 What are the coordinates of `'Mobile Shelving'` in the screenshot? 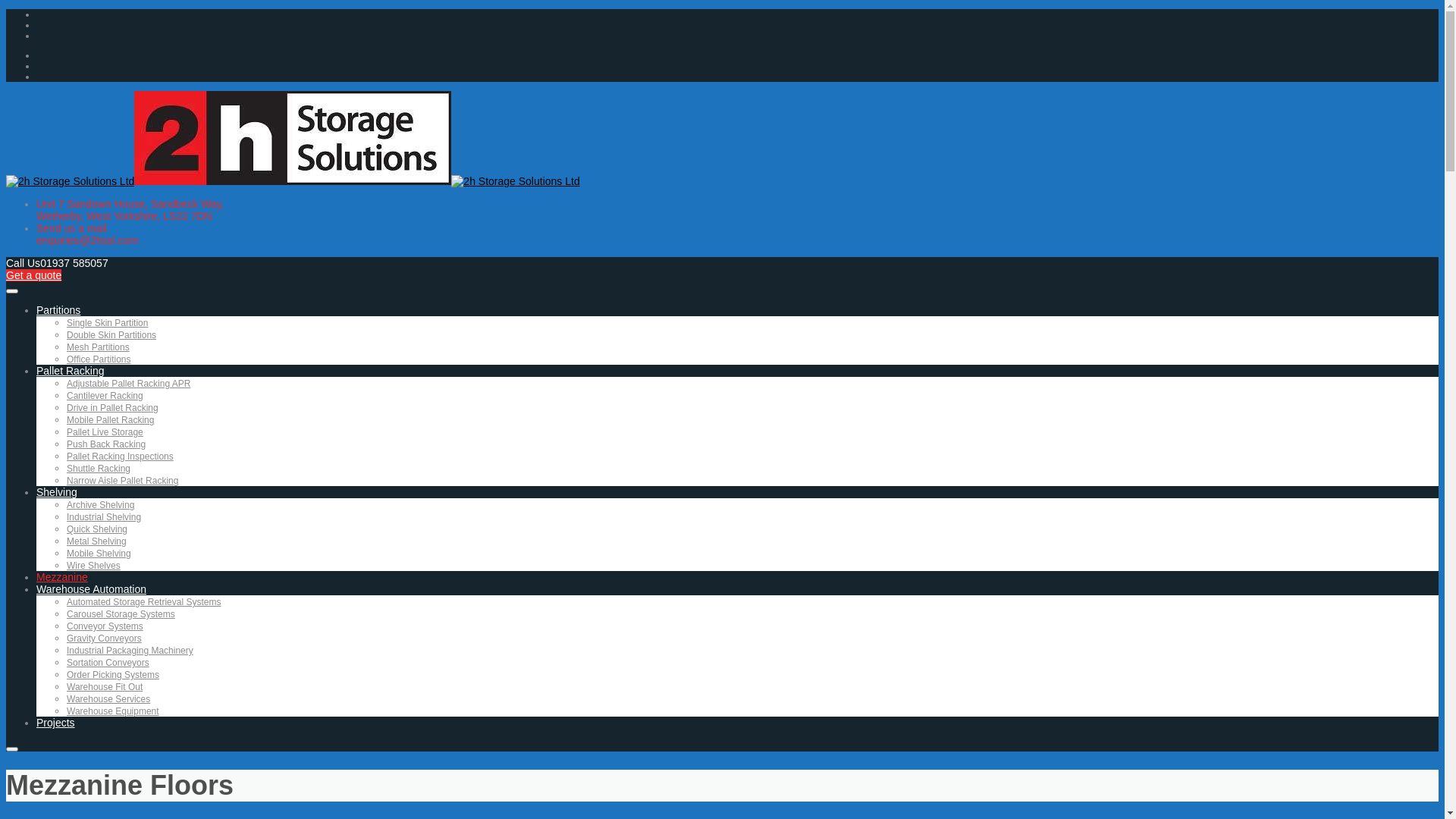 It's located at (98, 553).